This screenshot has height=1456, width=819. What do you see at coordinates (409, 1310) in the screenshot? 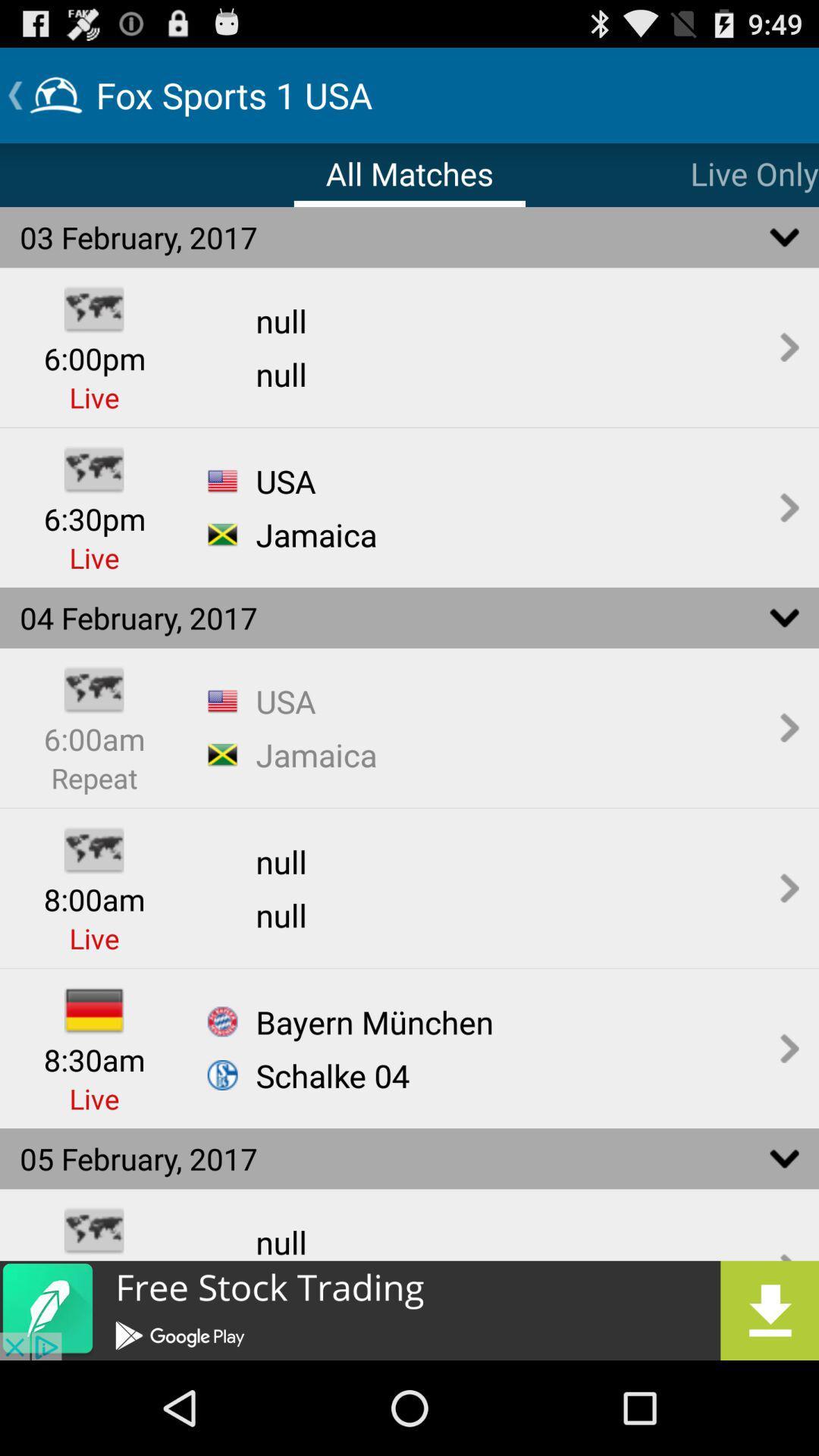
I see `advertisement` at bounding box center [409, 1310].